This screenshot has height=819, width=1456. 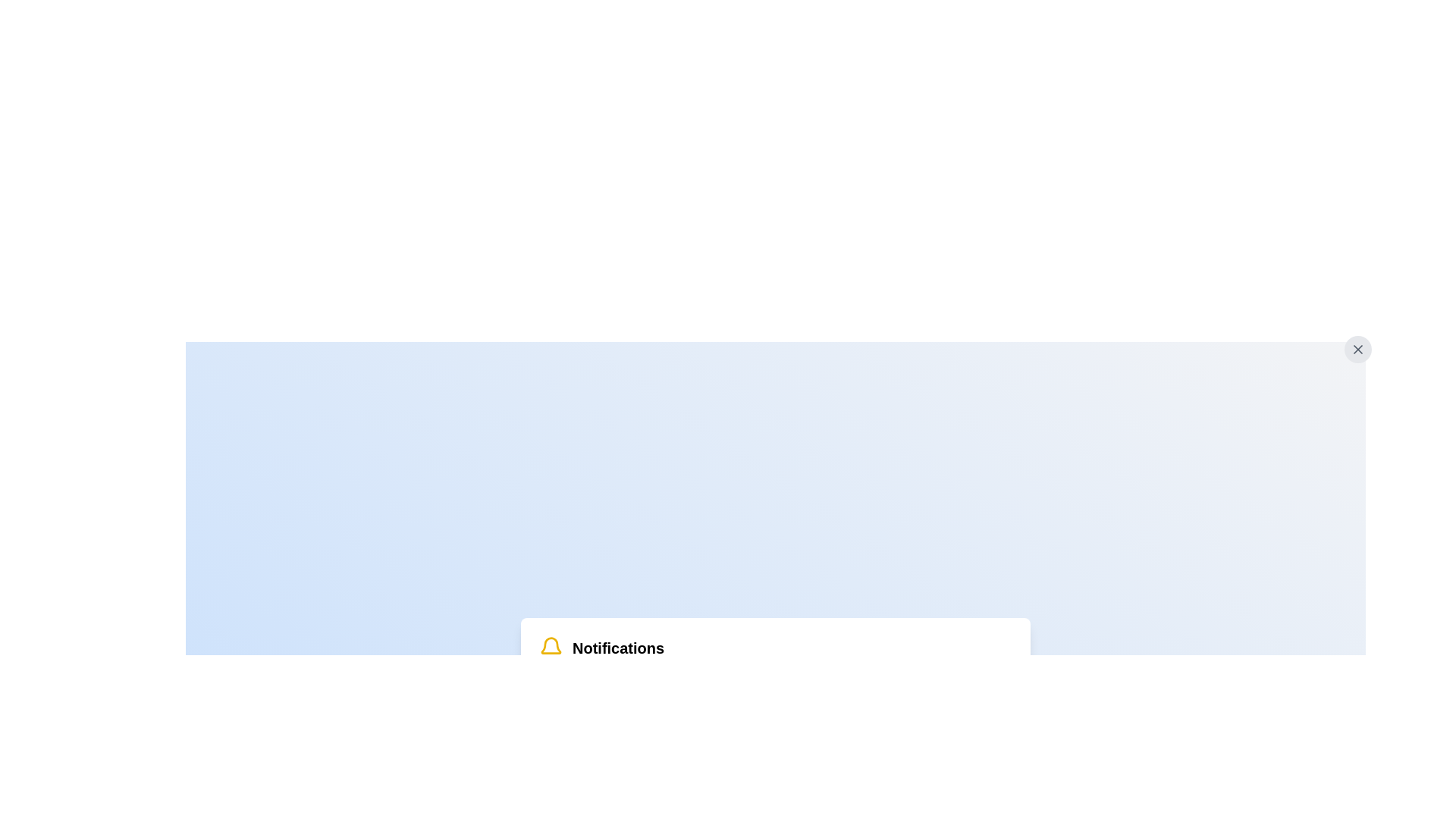 I want to click on the 'X' icon, which is a close or dismiss button located in the top-right corner of the notification panel, so click(x=1357, y=350).